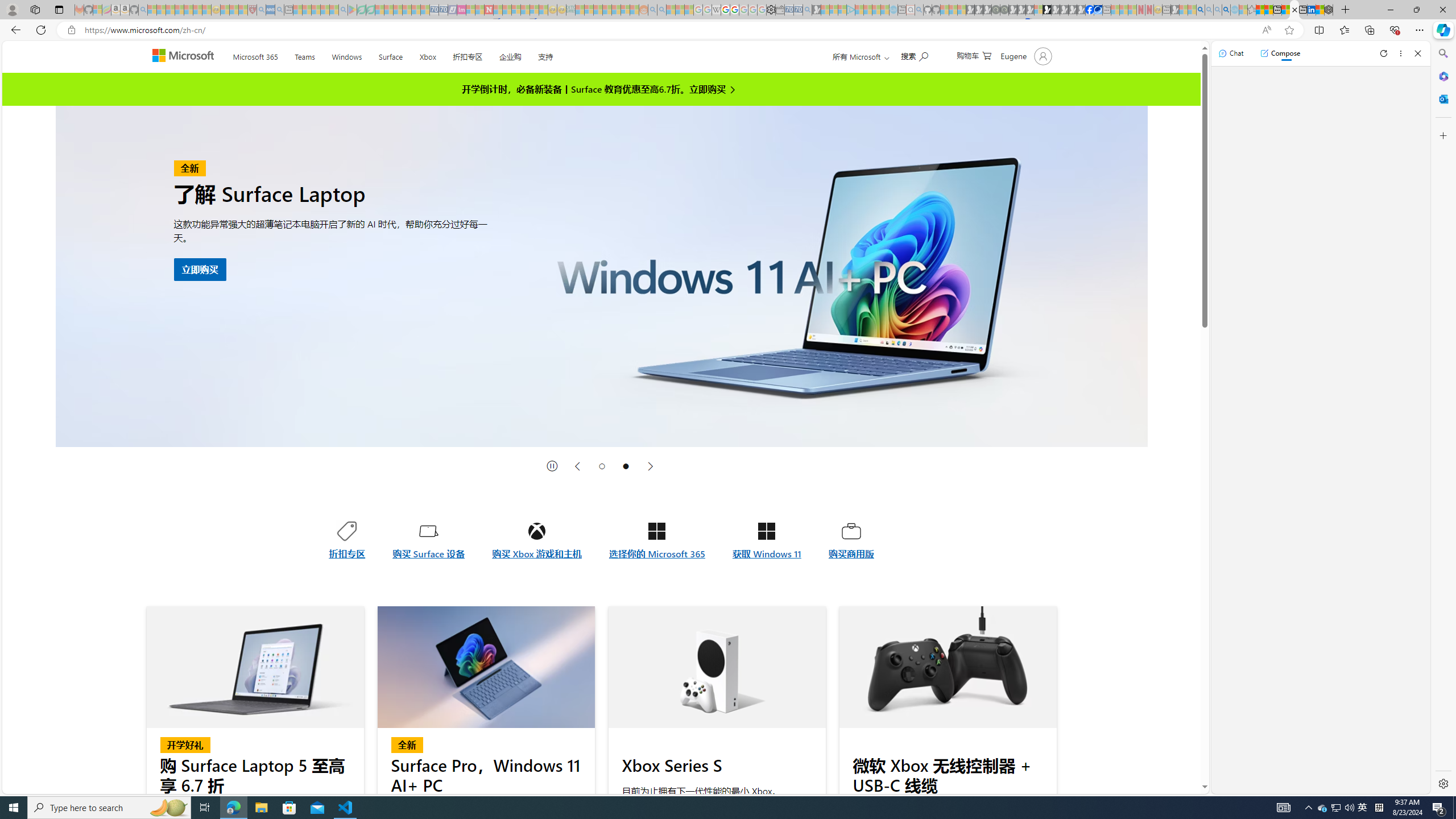 The height and width of the screenshot is (819, 1456). Describe the element at coordinates (304, 54) in the screenshot. I see `'Teams'` at that location.